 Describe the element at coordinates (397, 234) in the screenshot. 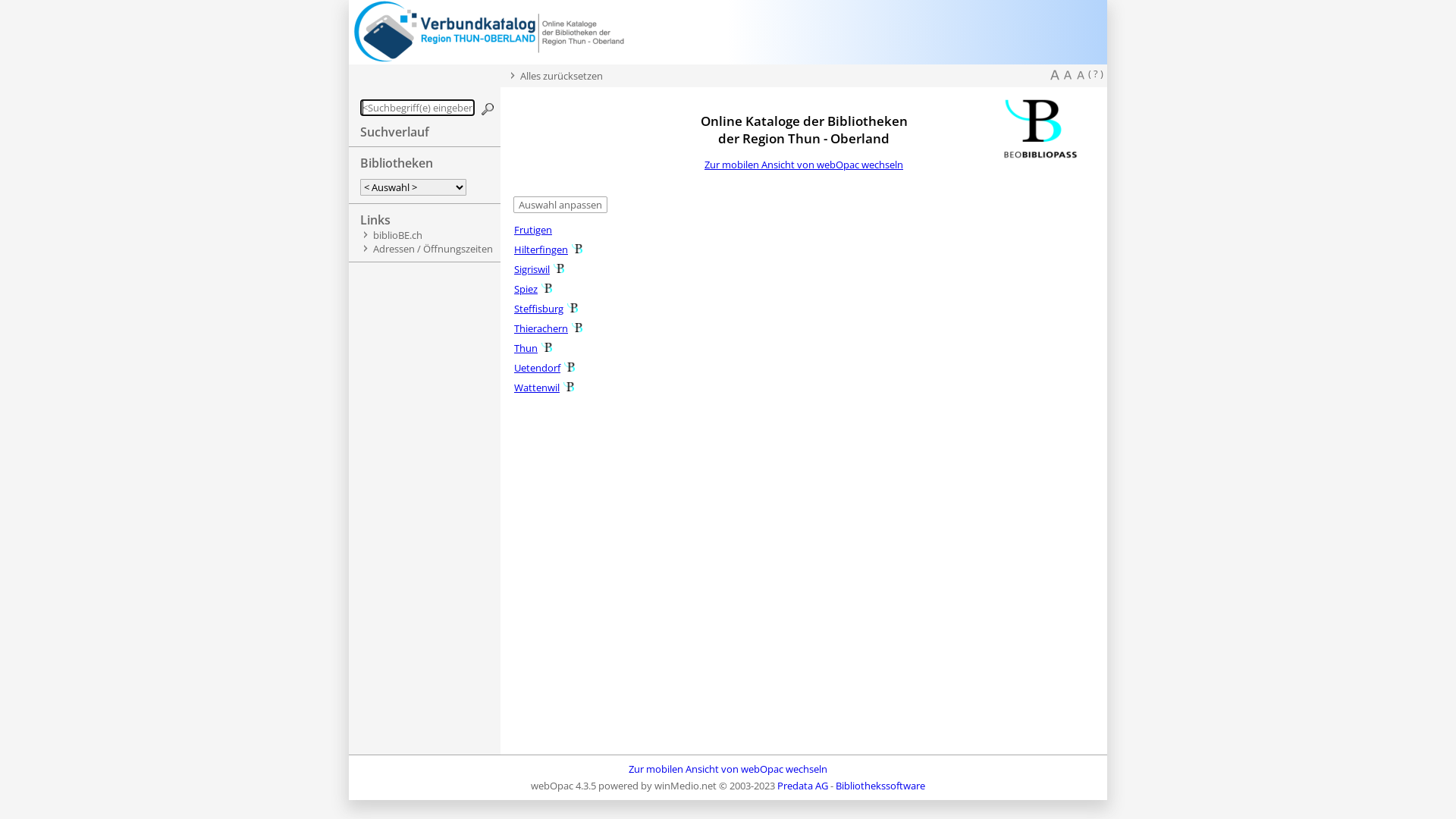

I see `'biblioBE.ch'` at that location.